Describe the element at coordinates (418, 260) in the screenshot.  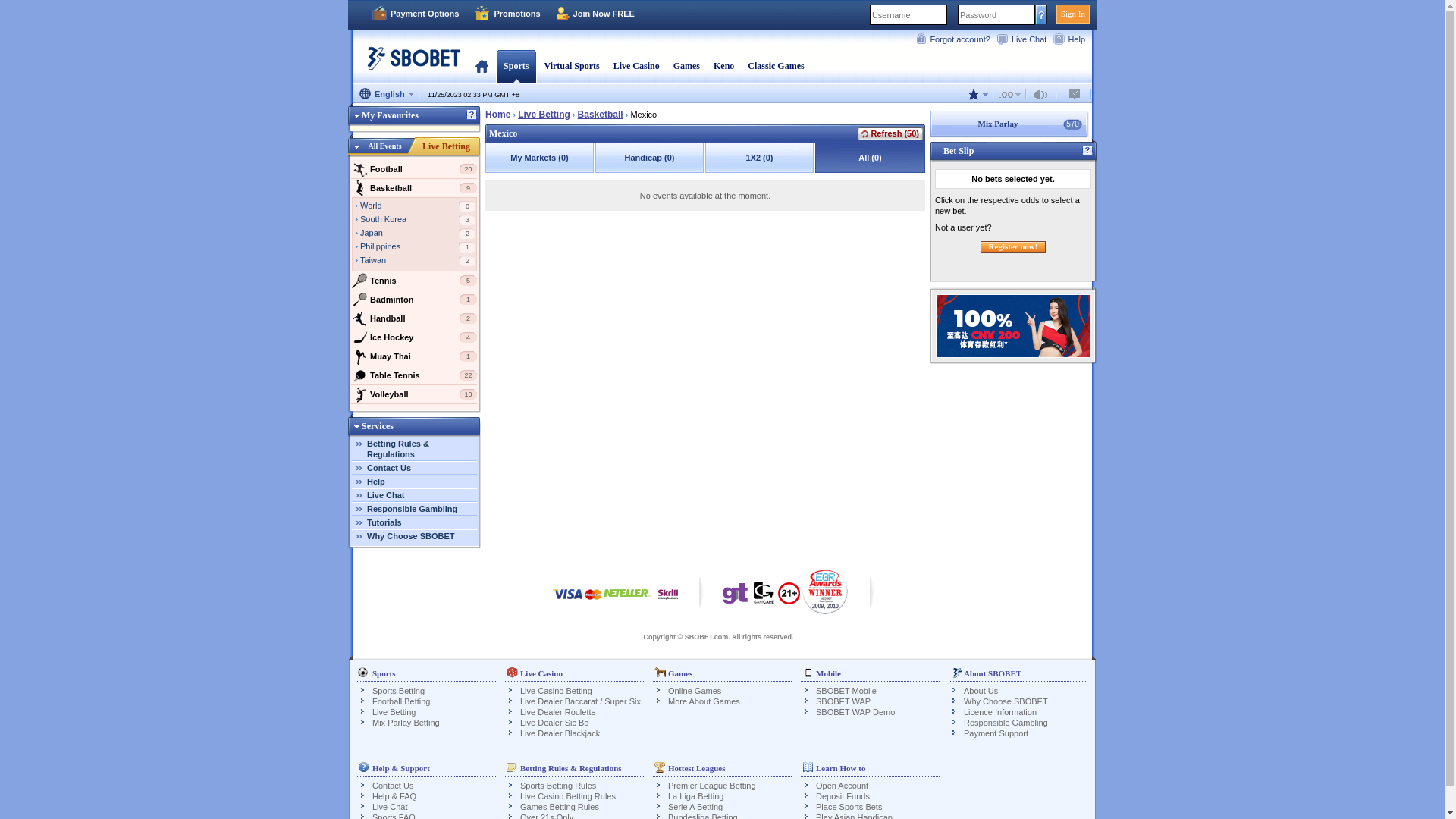
I see `'Taiwan` at that location.